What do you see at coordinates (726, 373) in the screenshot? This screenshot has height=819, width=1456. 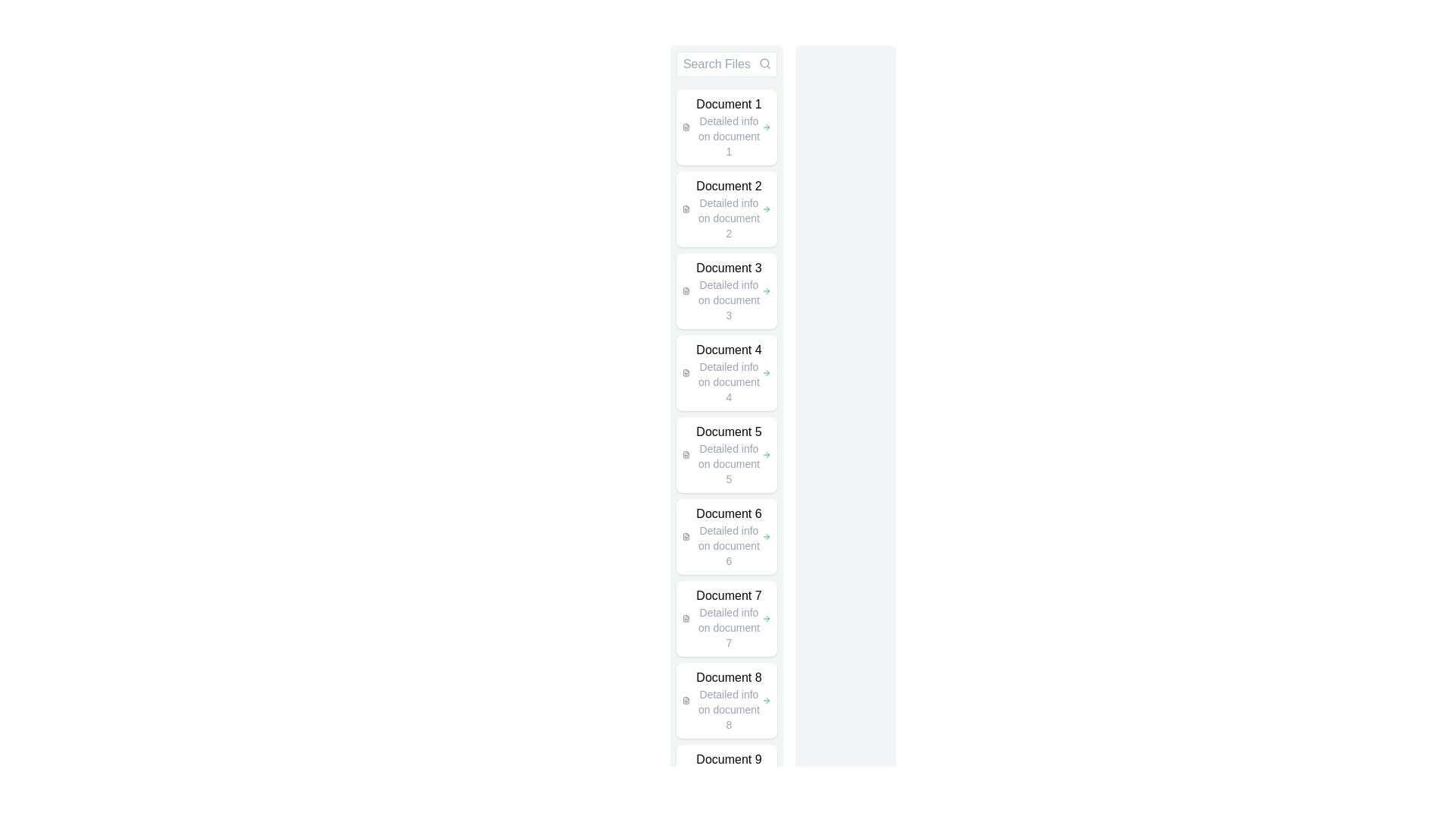 I see `the fourth item in the list labeled 'Document 4'` at bounding box center [726, 373].